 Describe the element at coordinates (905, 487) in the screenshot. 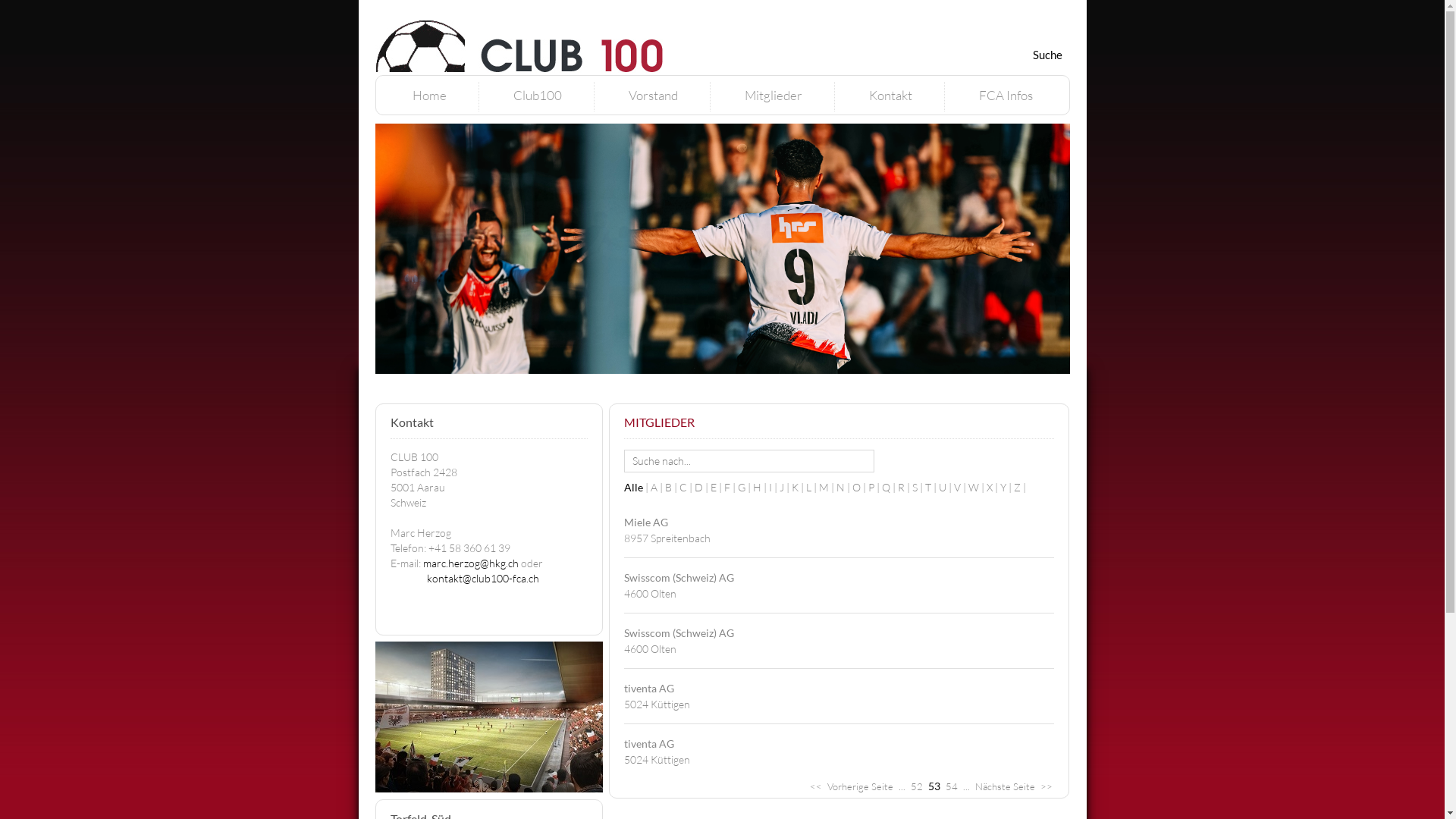

I see `'R'` at that location.